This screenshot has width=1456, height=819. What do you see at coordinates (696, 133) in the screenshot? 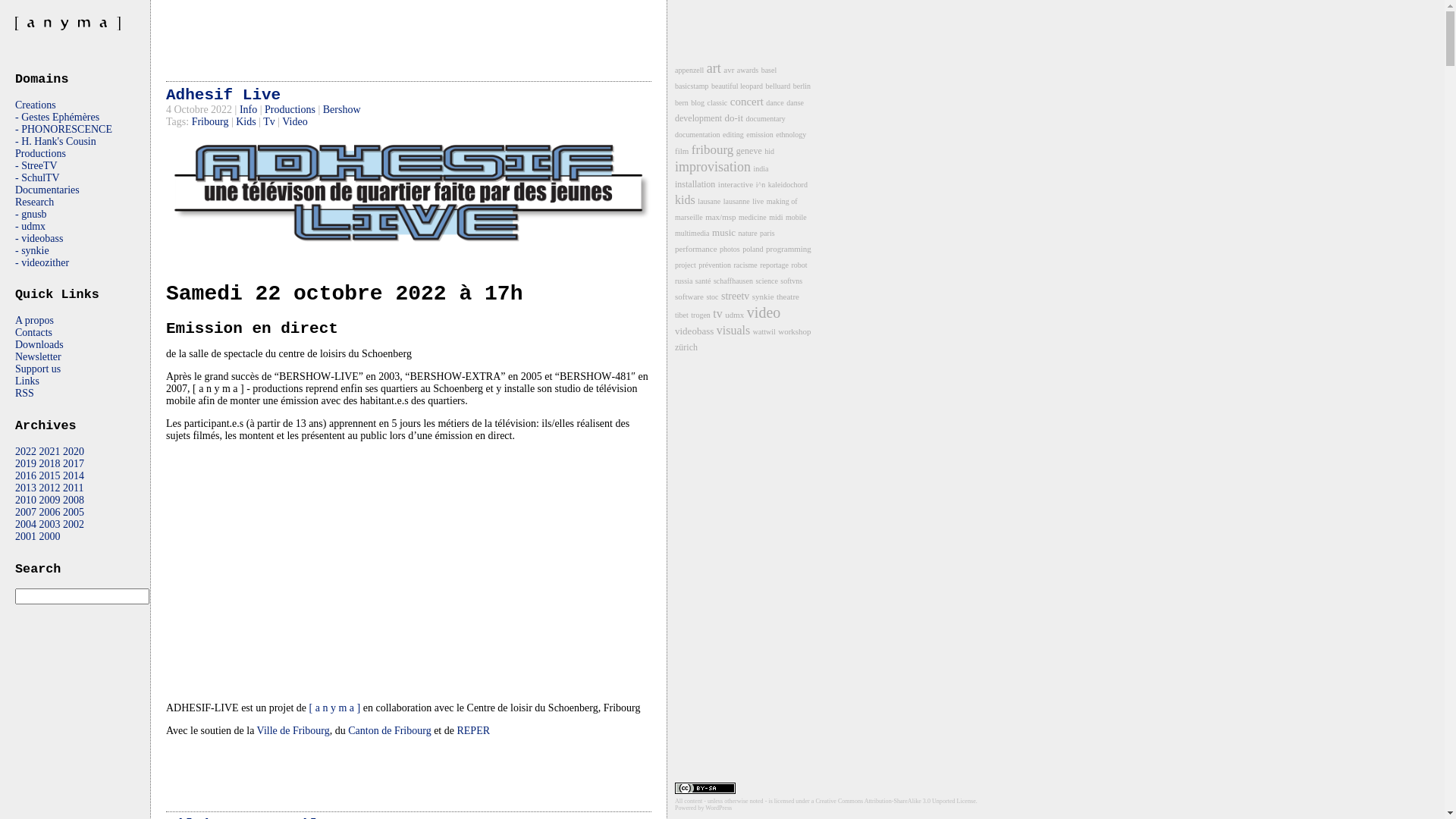
I see `'documentation'` at bounding box center [696, 133].